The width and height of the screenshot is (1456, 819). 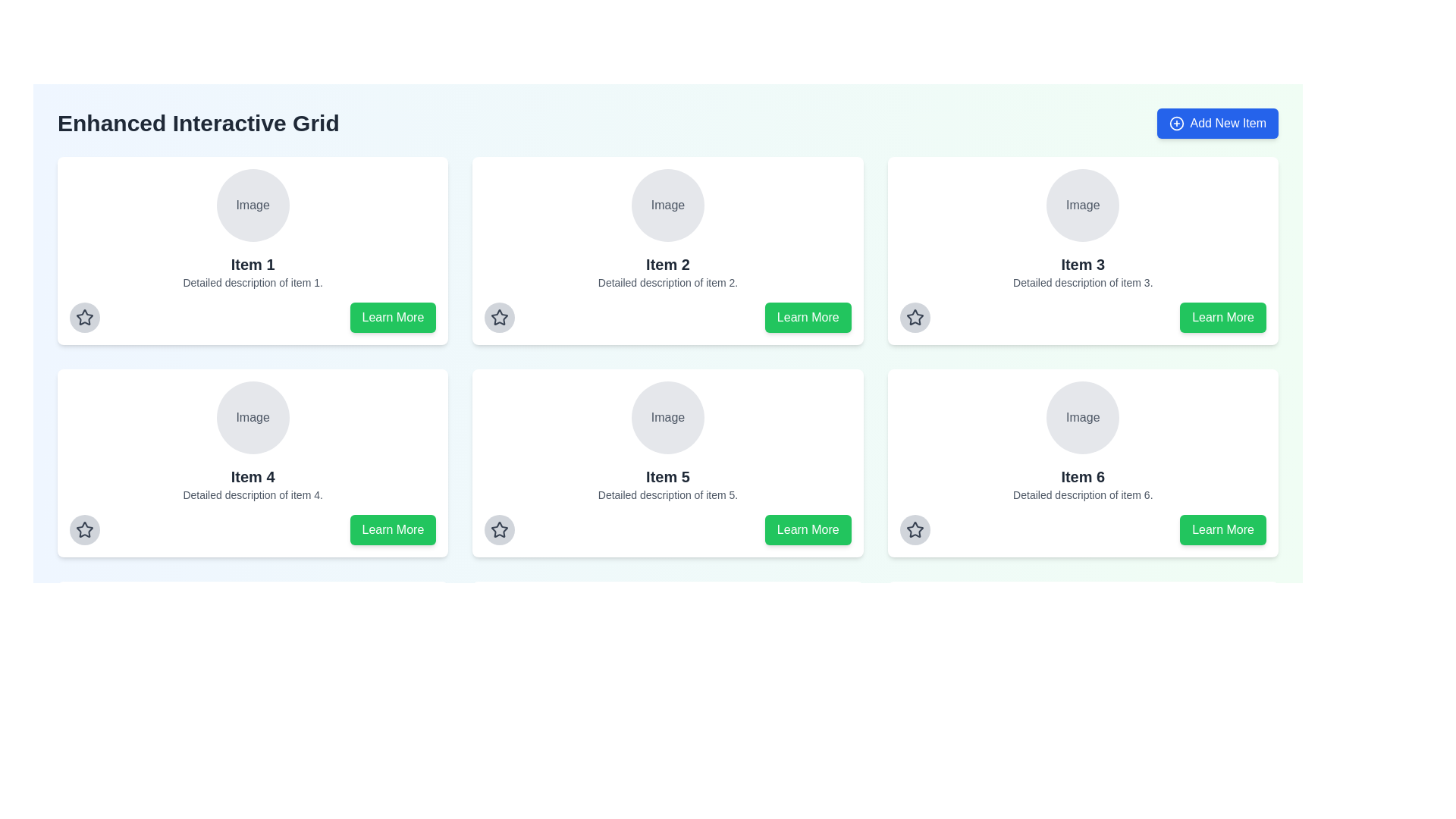 What do you see at coordinates (667, 263) in the screenshot?
I see `text content of the bold, dark gray 'Item 2' label located in the second row of a grid layout, positioned below an image and above descriptive details` at bounding box center [667, 263].